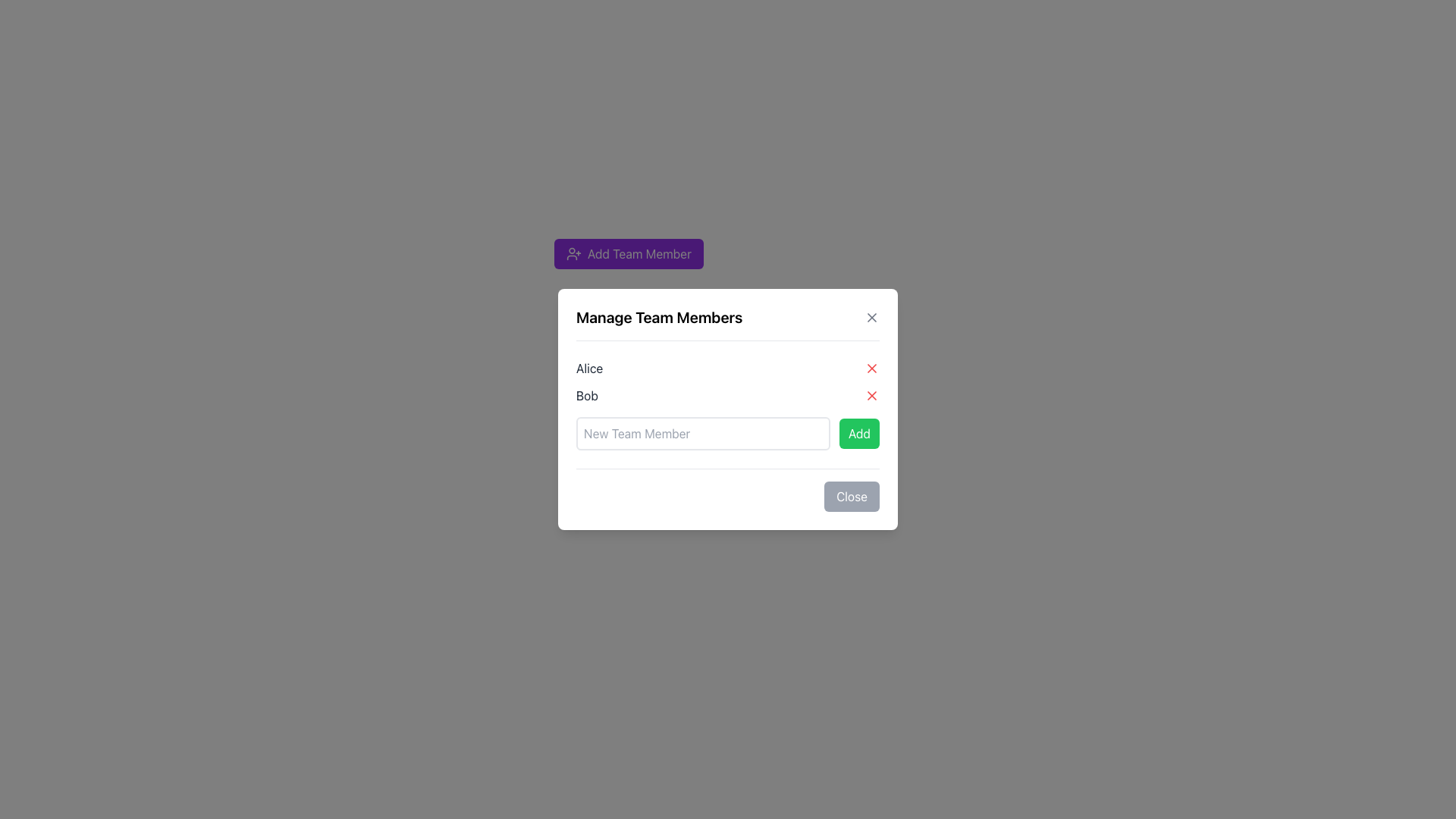 This screenshot has height=819, width=1456. Describe the element at coordinates (659, 317) in the screenshot. I see `the text label reading 'Manage Team Members' which is styled in bold and large font, located at the top-left corner of the modal interface` at that location.